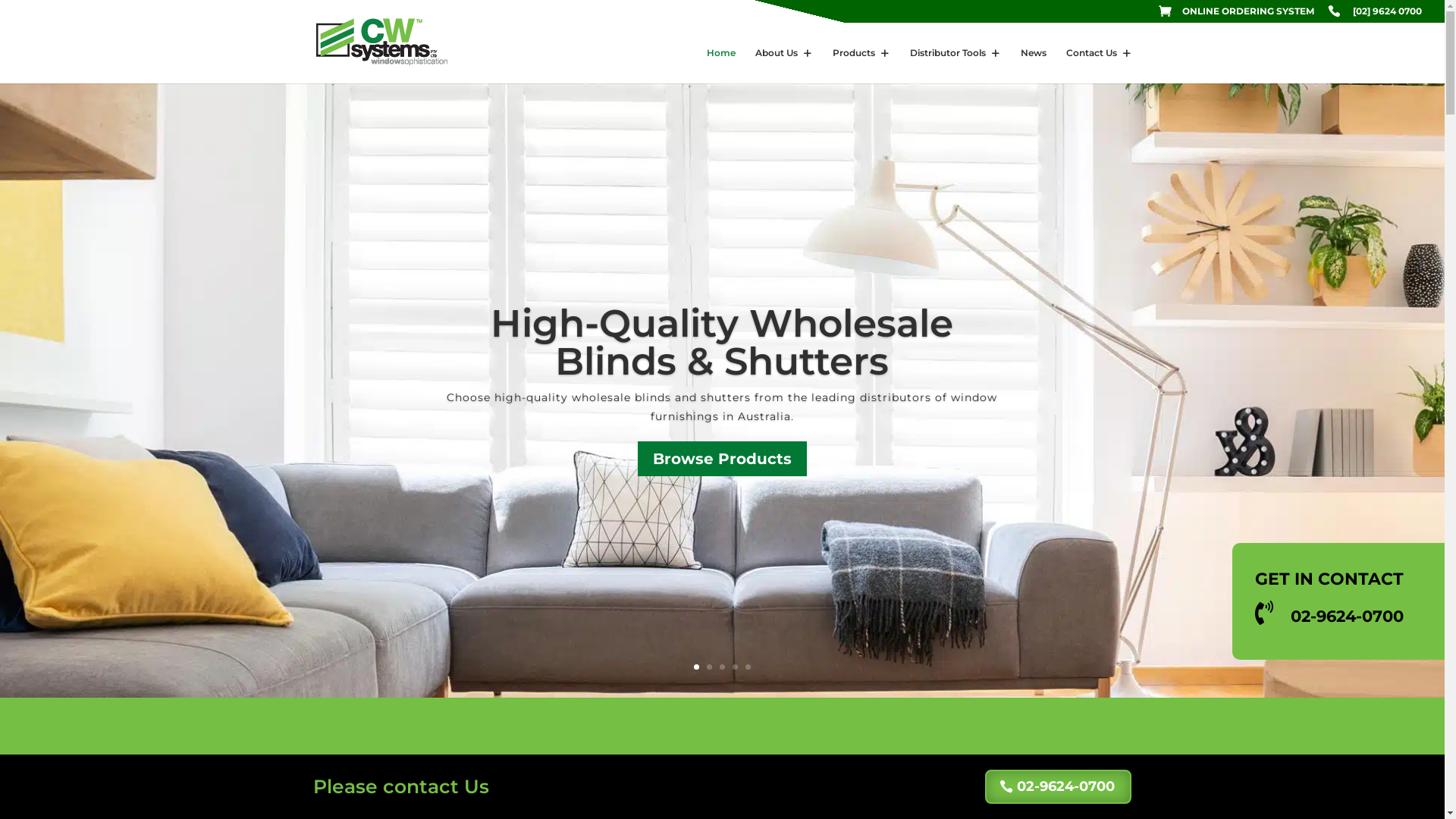 This screenshot has width=1456, height=819. What do you see at coordinates (1327, 14) in the screenshot?
I see `'[02] 9624 0700'` at bounding box center [1327, 14].